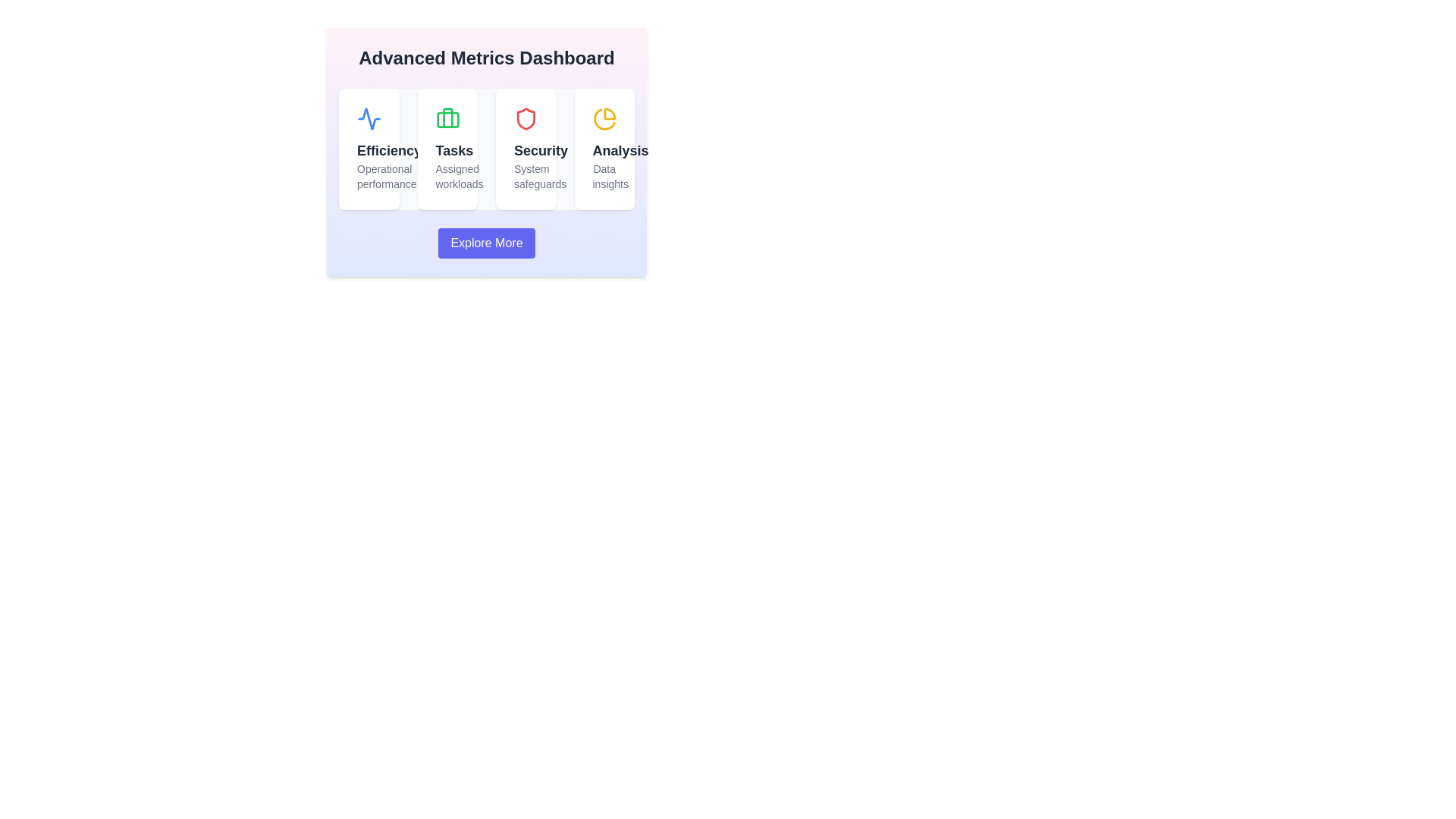 This screenshot has height=819, width=1456. I want to click on the text label displaying 'System safeguards', which is styled in smaller, light gray font and is located beneath the 'Security' text label, so click(526, 175).